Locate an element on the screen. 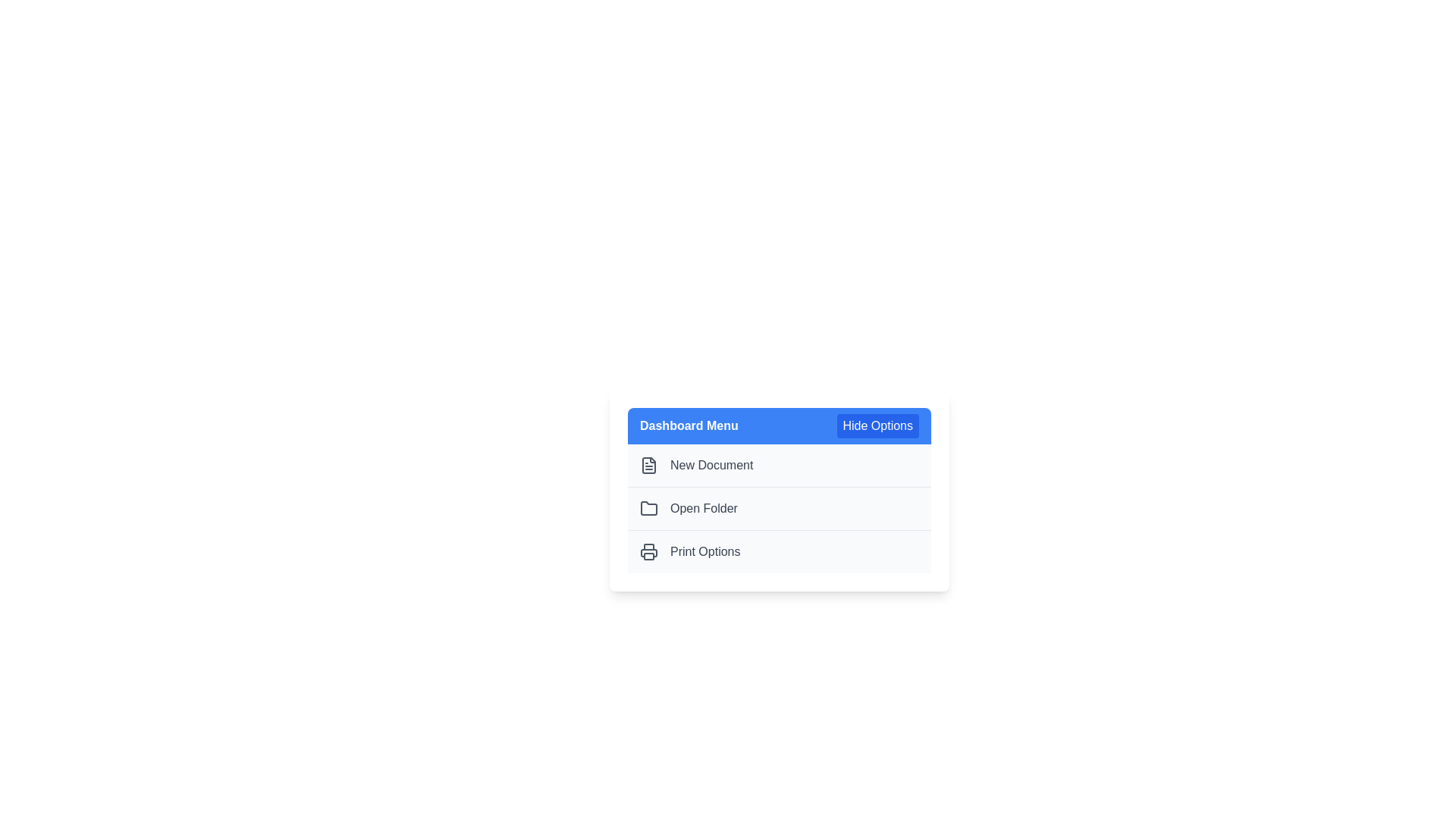 This screenshot has height=819, width=1456. the 'Open Folder' text label, which is displayed in gray (#707070) and positioned to the right of a folder icon is located at coordinates (703, 509).